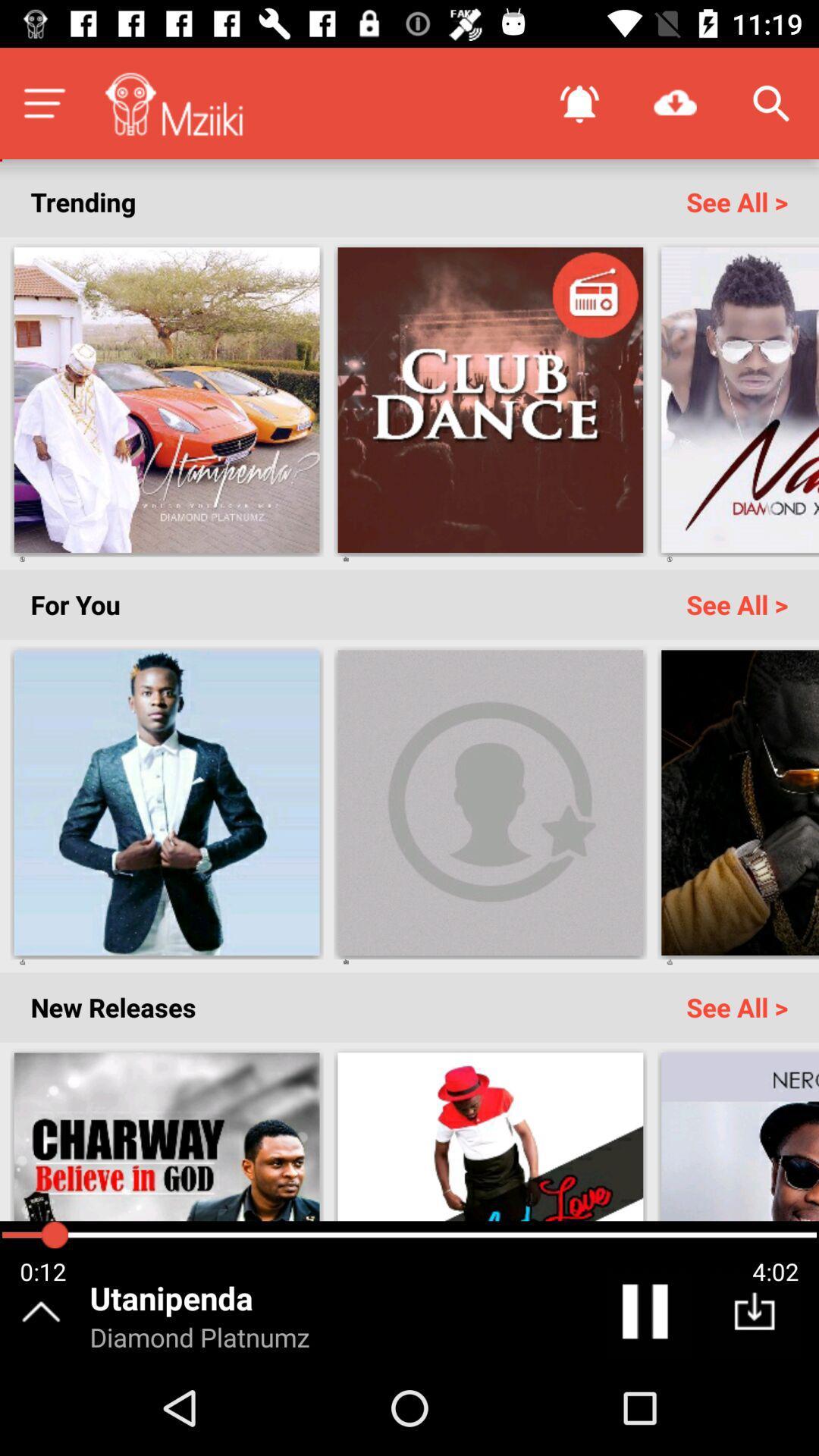 This screenshot has height=1456, width=819. I want to click on pause the track, so click(648, 1314).